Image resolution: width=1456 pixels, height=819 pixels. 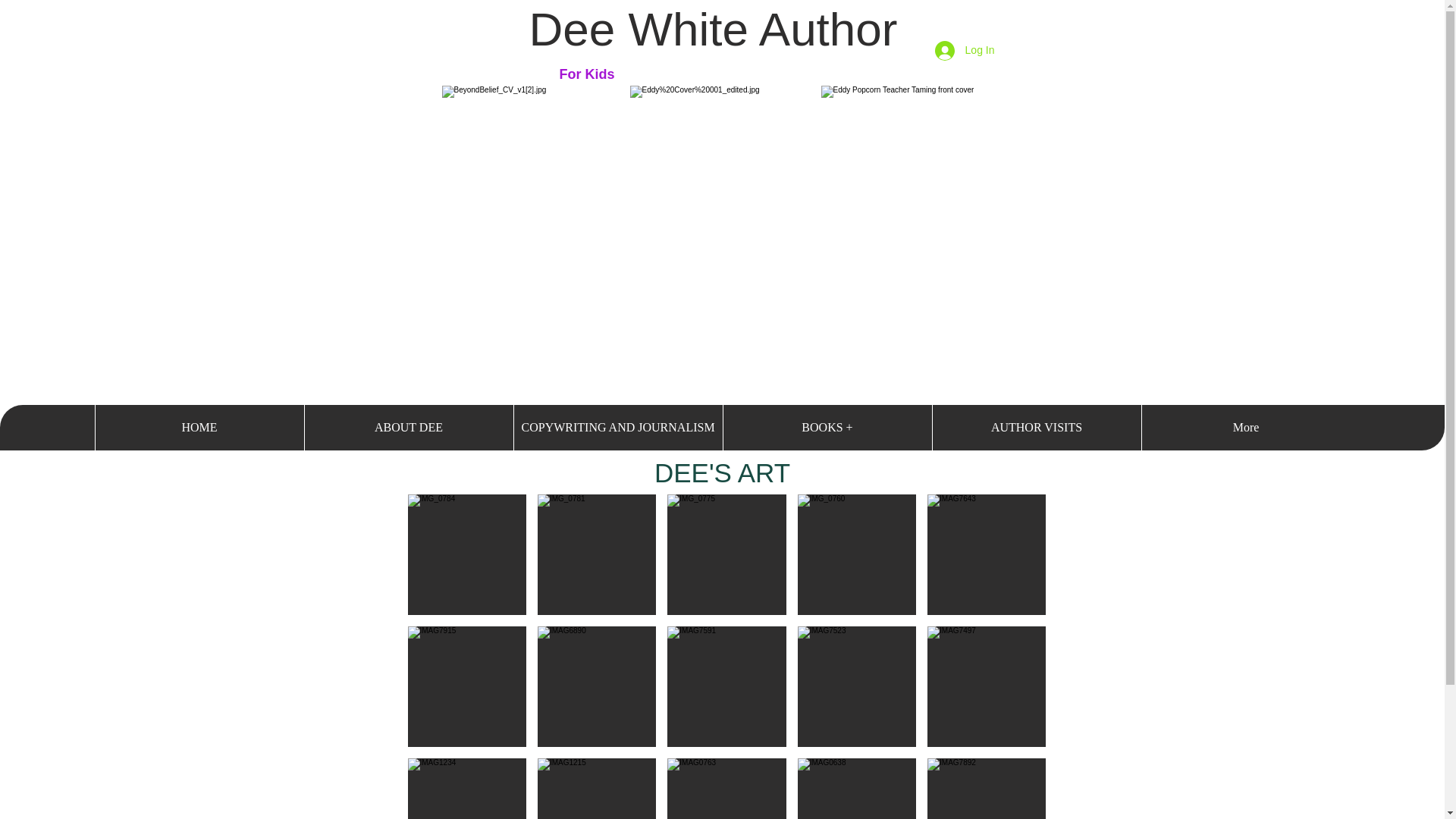 I want to click on 'HOME', so click(x=198, y=427).